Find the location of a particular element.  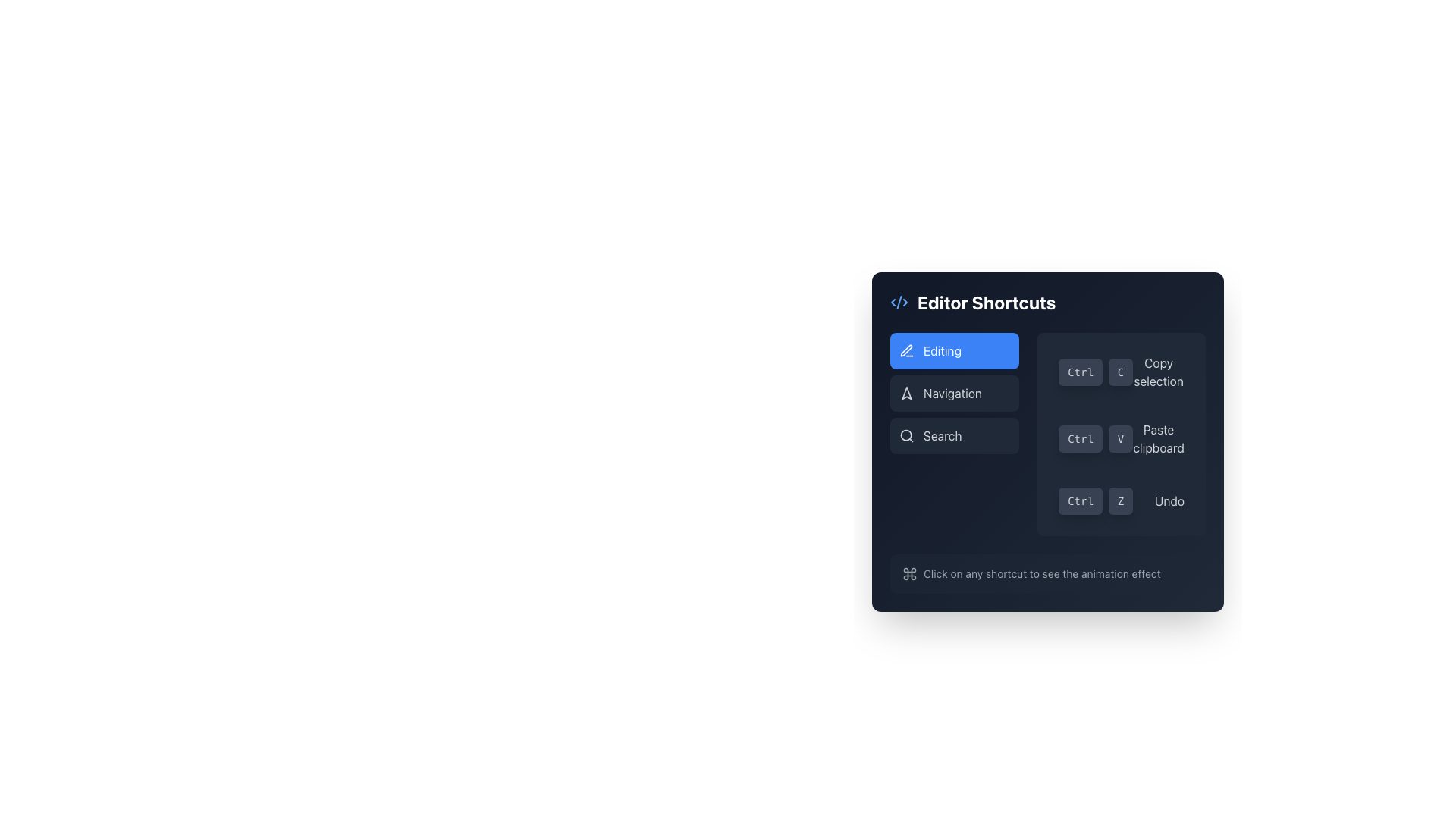

the title text label located at the top of the panel, which describes the content and functionality of the editor interface is located at coordinates (987, 302).